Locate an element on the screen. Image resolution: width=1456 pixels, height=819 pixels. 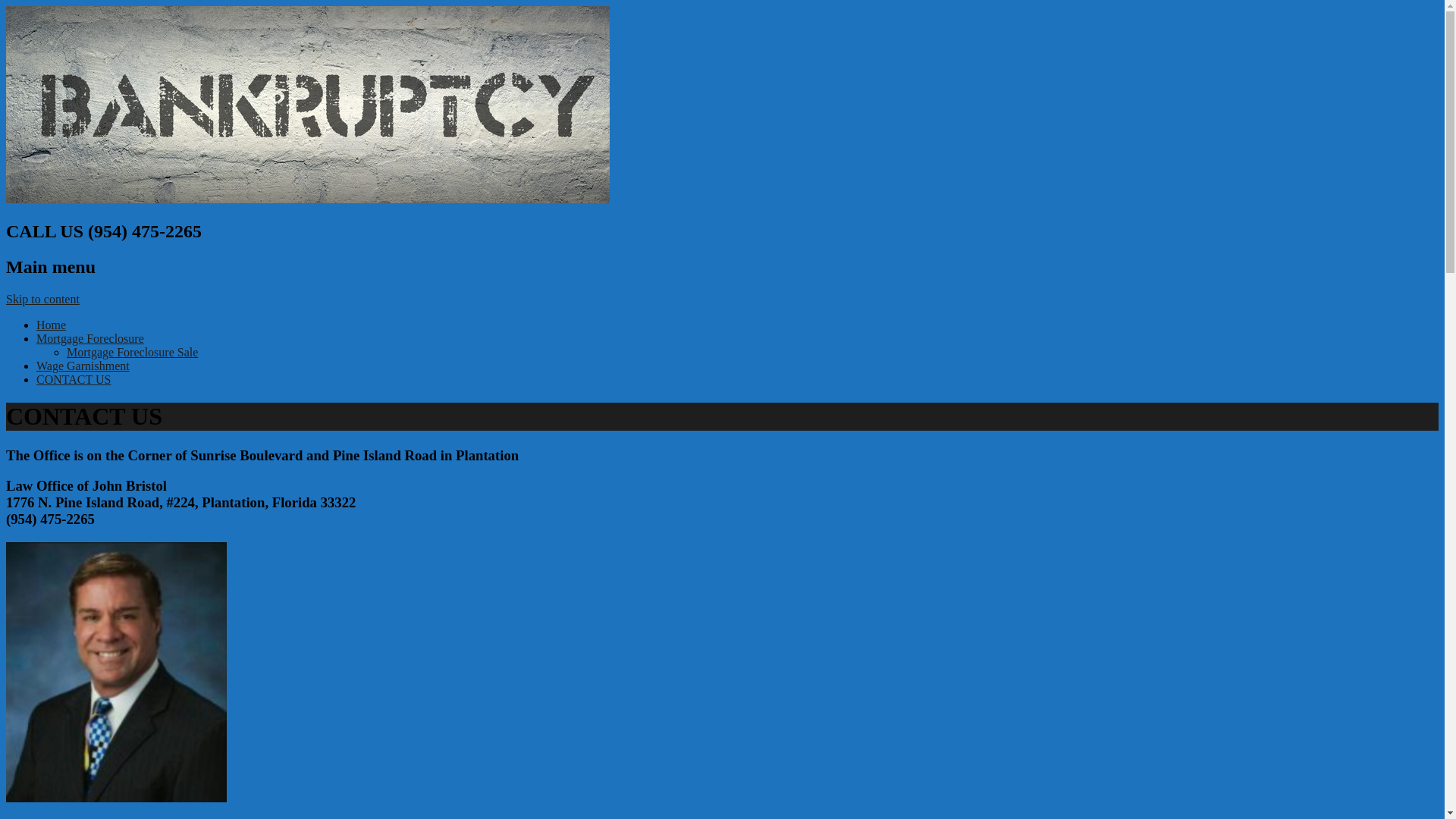
'Home' is located at coordinates (51, 324).